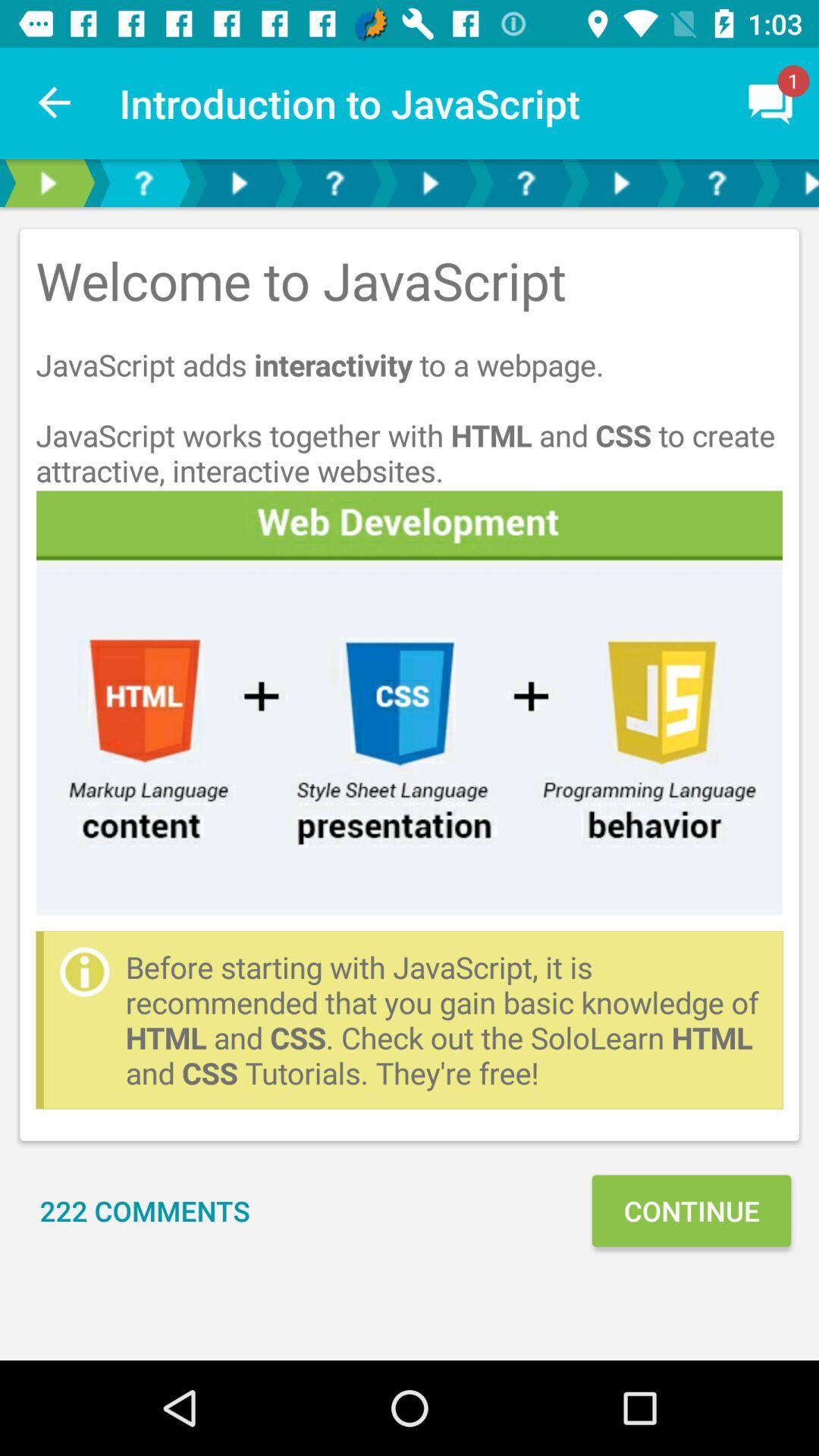  What do you see at coordinates (143, 182) in the screenshot?
I see `see question/answer` at bounding box center [143, 182].